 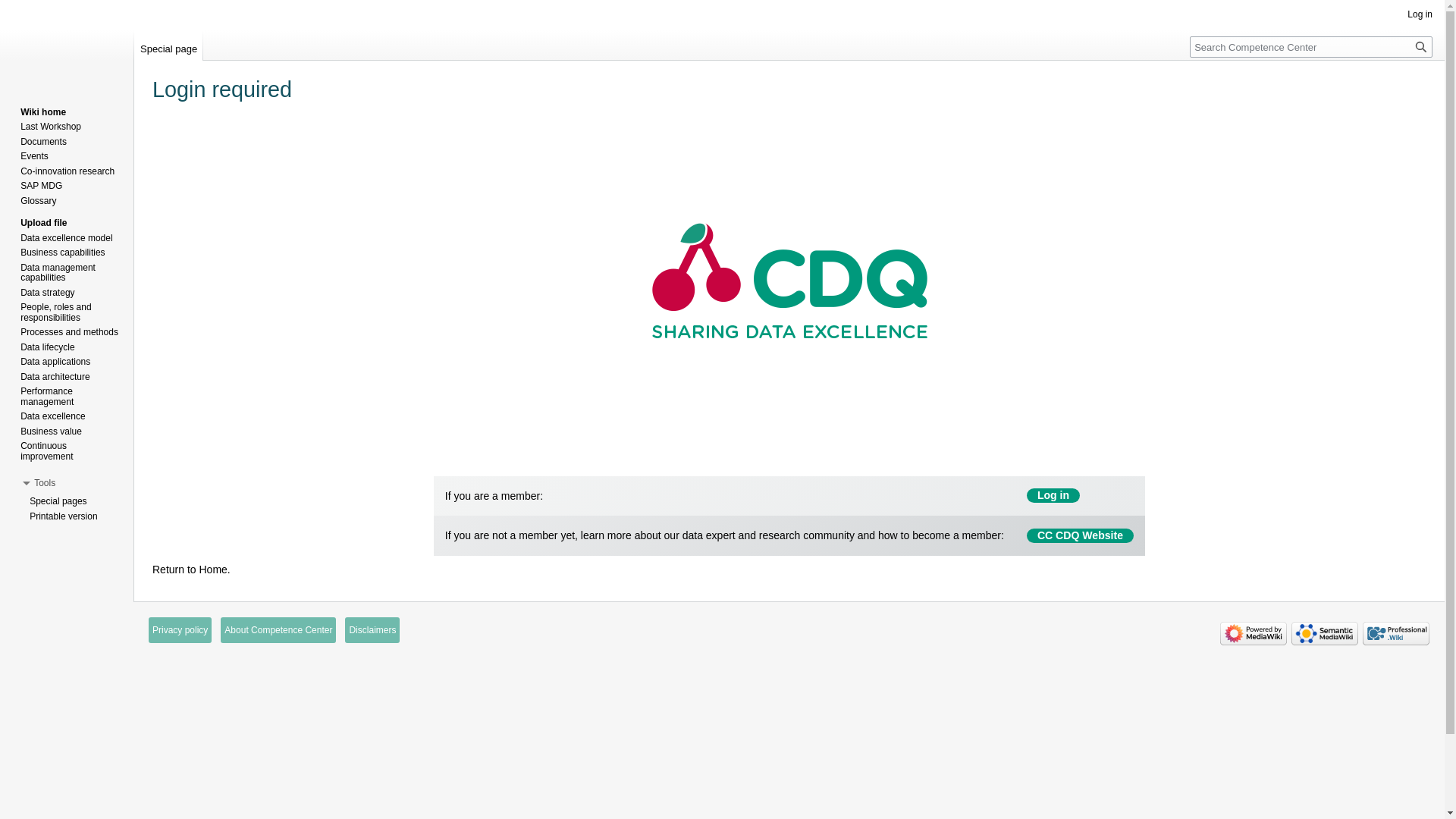 What do you see at coordinates (61, 251) in the screenshot?
I see `'Business capabilities'` at bounding box center [61, 251].